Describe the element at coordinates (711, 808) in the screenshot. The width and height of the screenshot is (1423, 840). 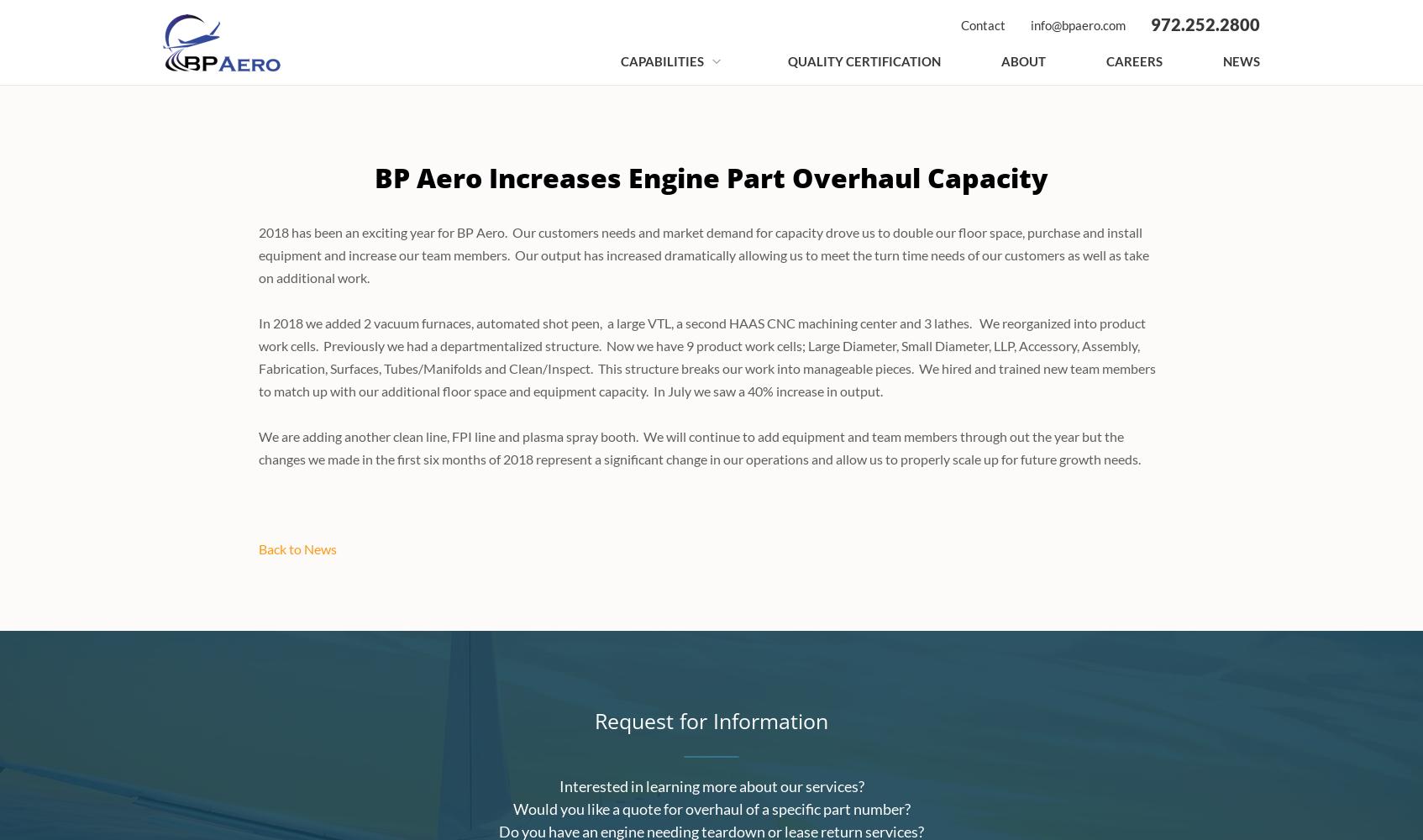
I see `'Would you like a quote for overhaul of a specific part number?'` at that location.